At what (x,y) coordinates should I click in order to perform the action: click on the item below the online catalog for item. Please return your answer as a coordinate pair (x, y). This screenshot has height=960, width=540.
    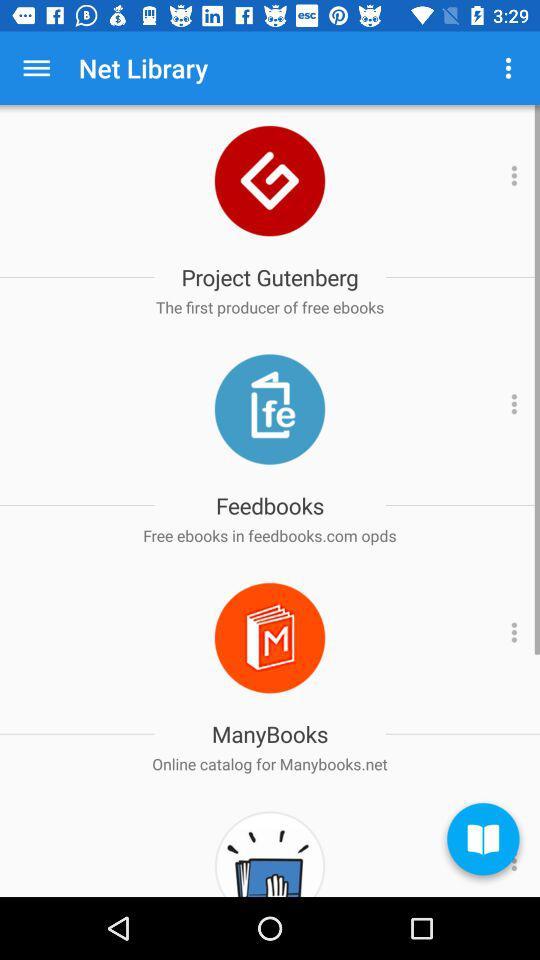
    Looking at the image, I should click on (482, 841).